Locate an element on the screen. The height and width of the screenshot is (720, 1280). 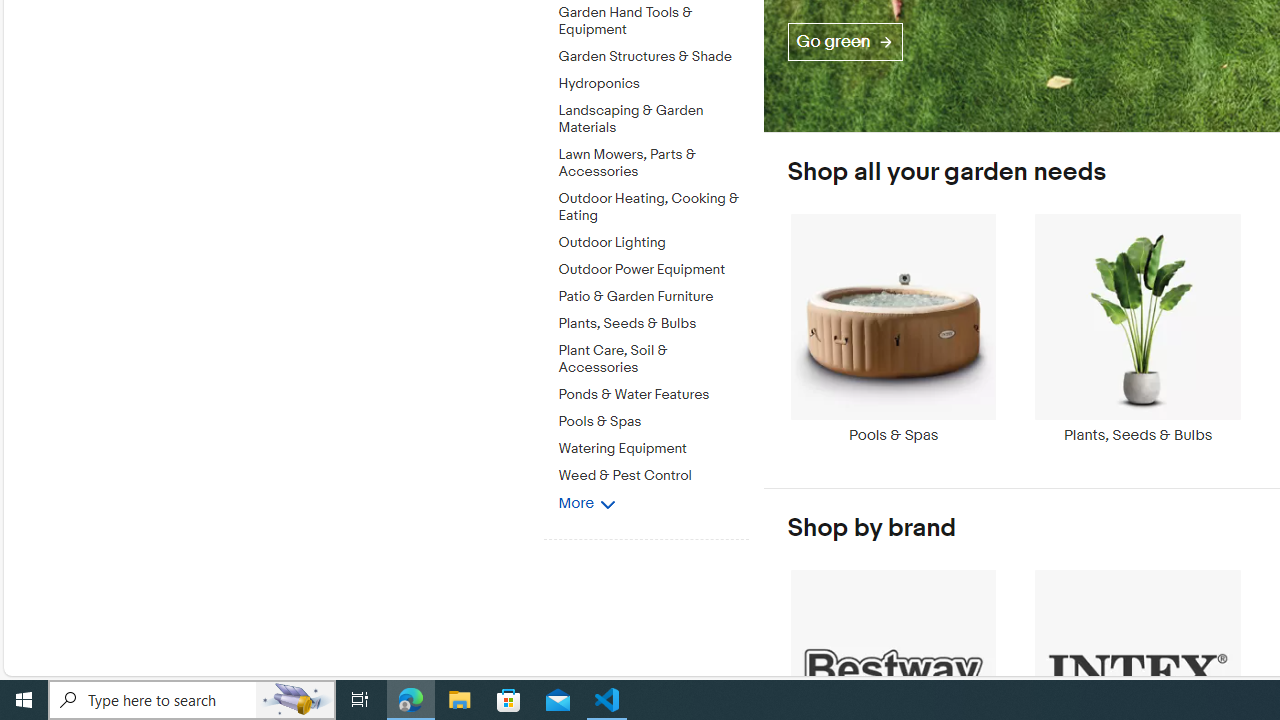
'Outdoor Heating, Cooking & Eating' is located at coordinates (653, 204).